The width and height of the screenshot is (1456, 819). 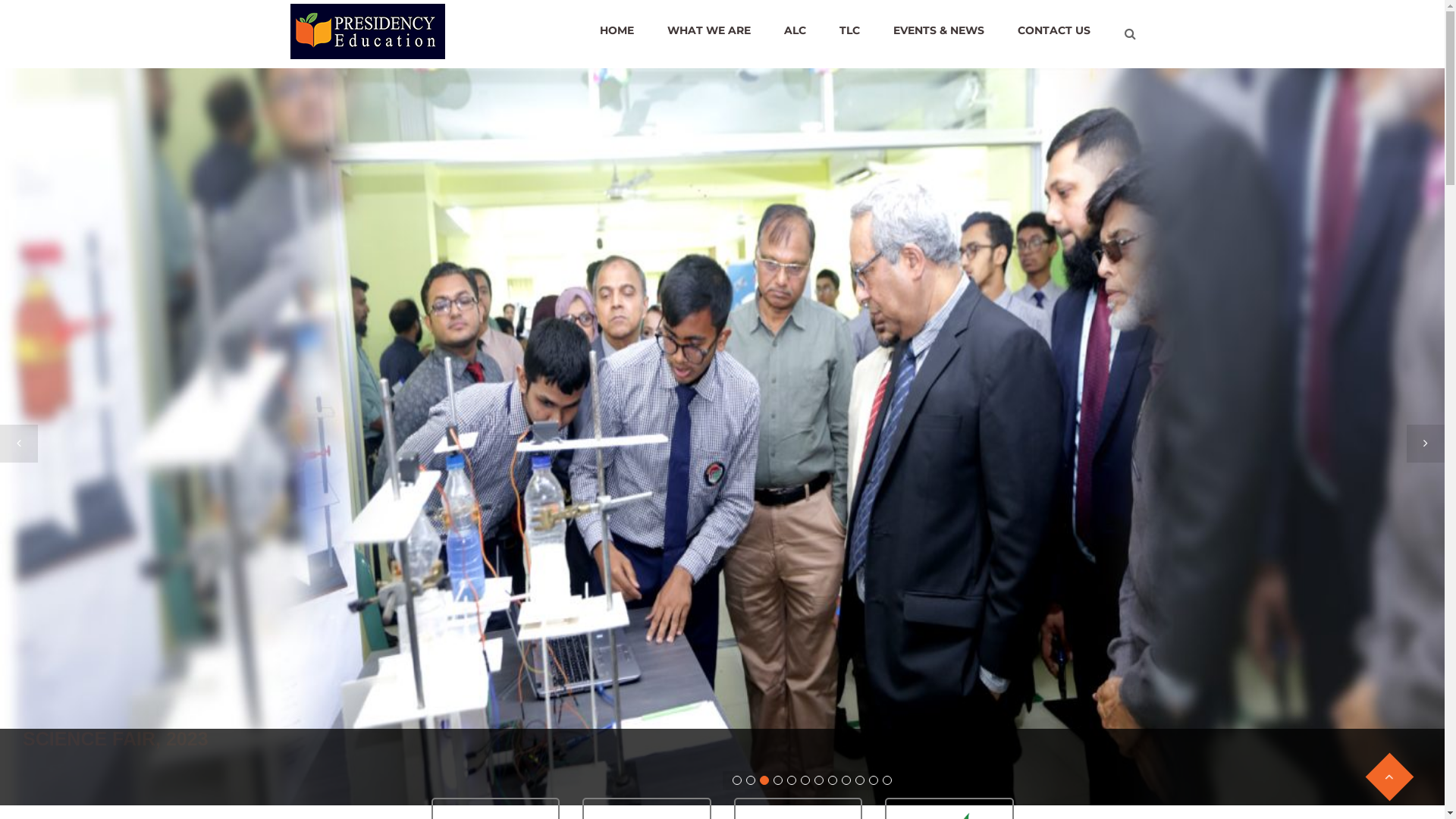 What do you see at coordinates (887, 780) in the screenshot?
I see `'12'` at bounding box center [887, 780].